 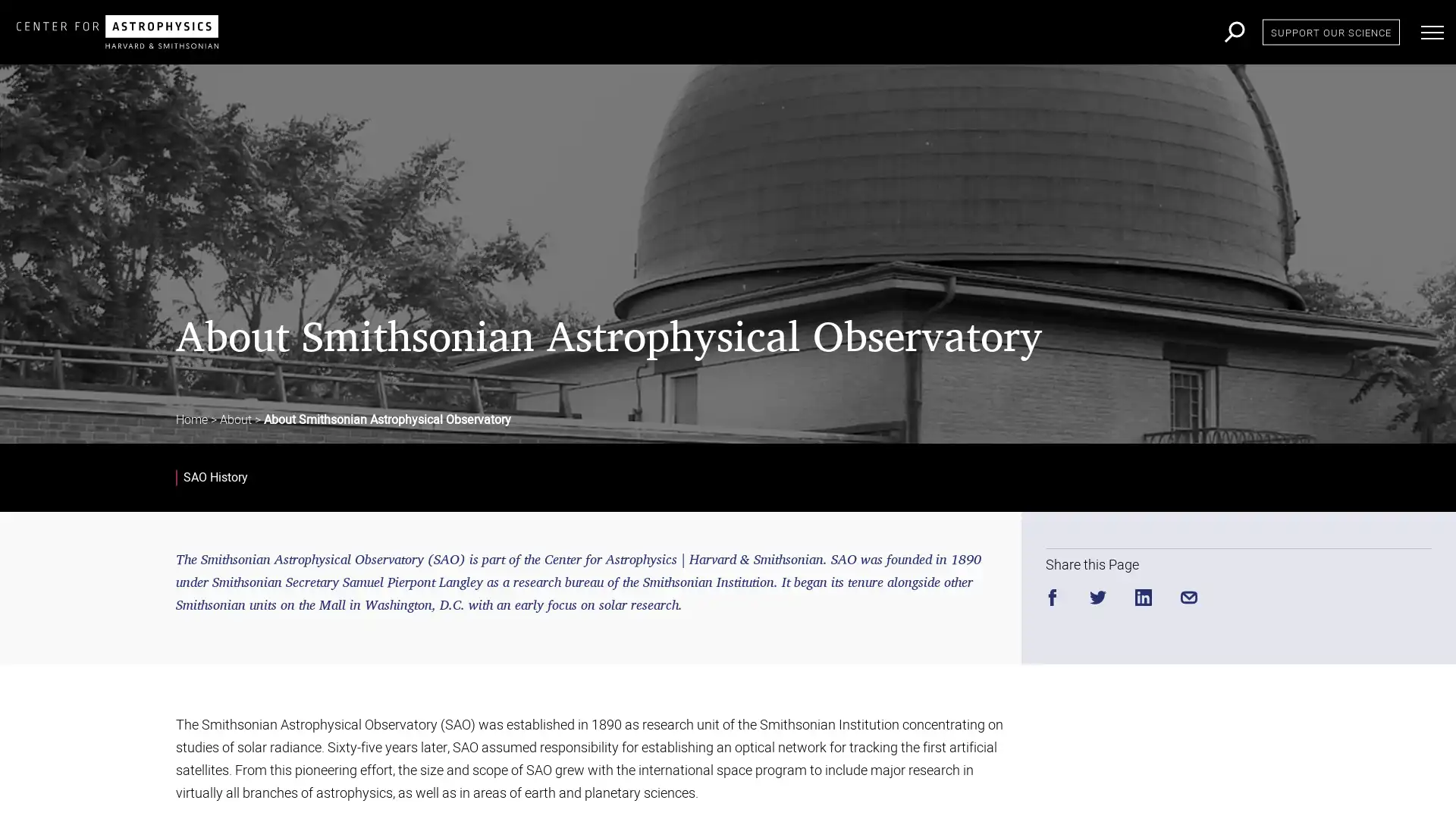 I want to click on Open Menu, so click(x=1432, y=32).